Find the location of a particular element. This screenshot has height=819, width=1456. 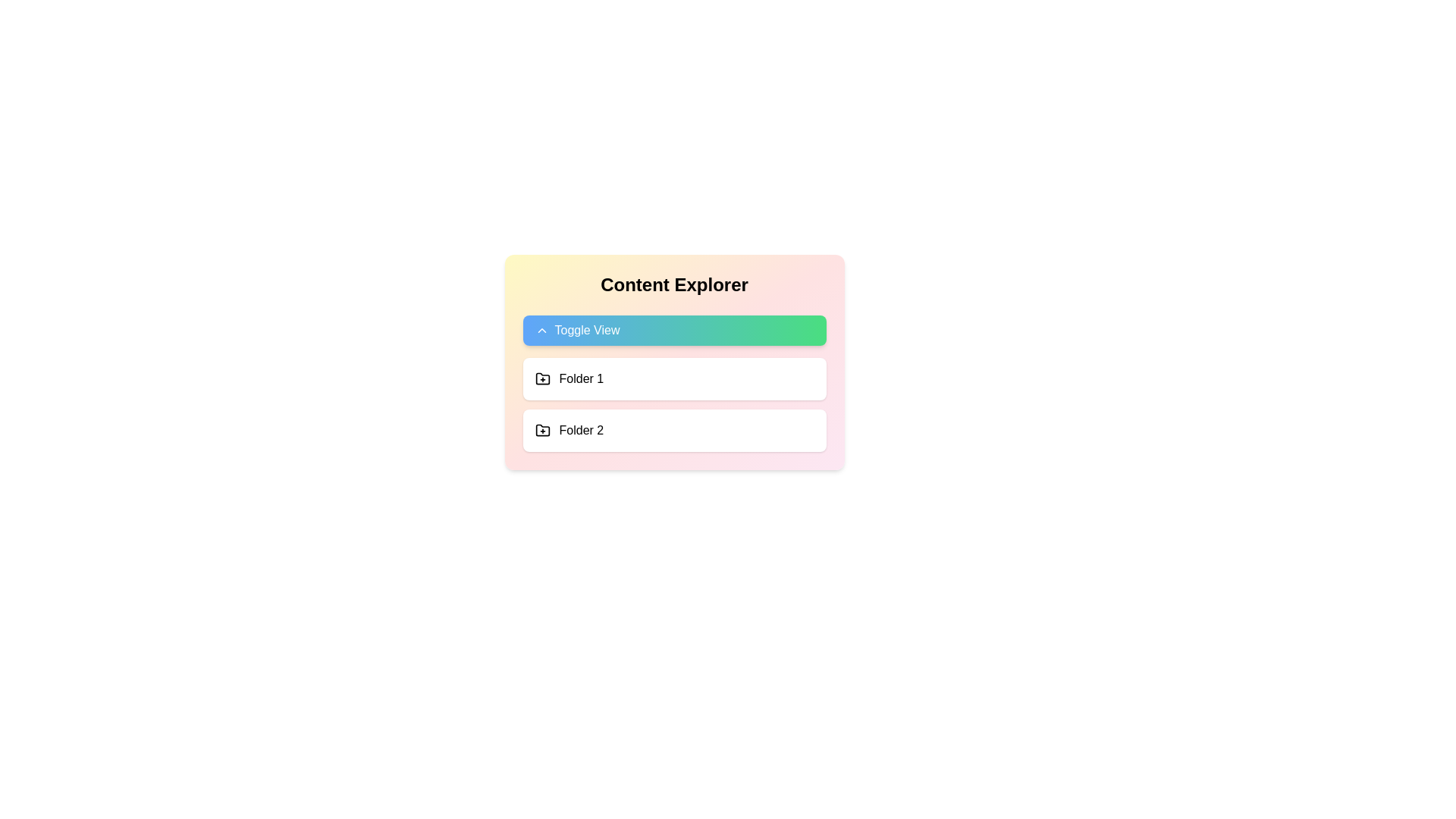

the toggle button located centrally in the 'Content Explorer' card is located at coordinates (673, 329).